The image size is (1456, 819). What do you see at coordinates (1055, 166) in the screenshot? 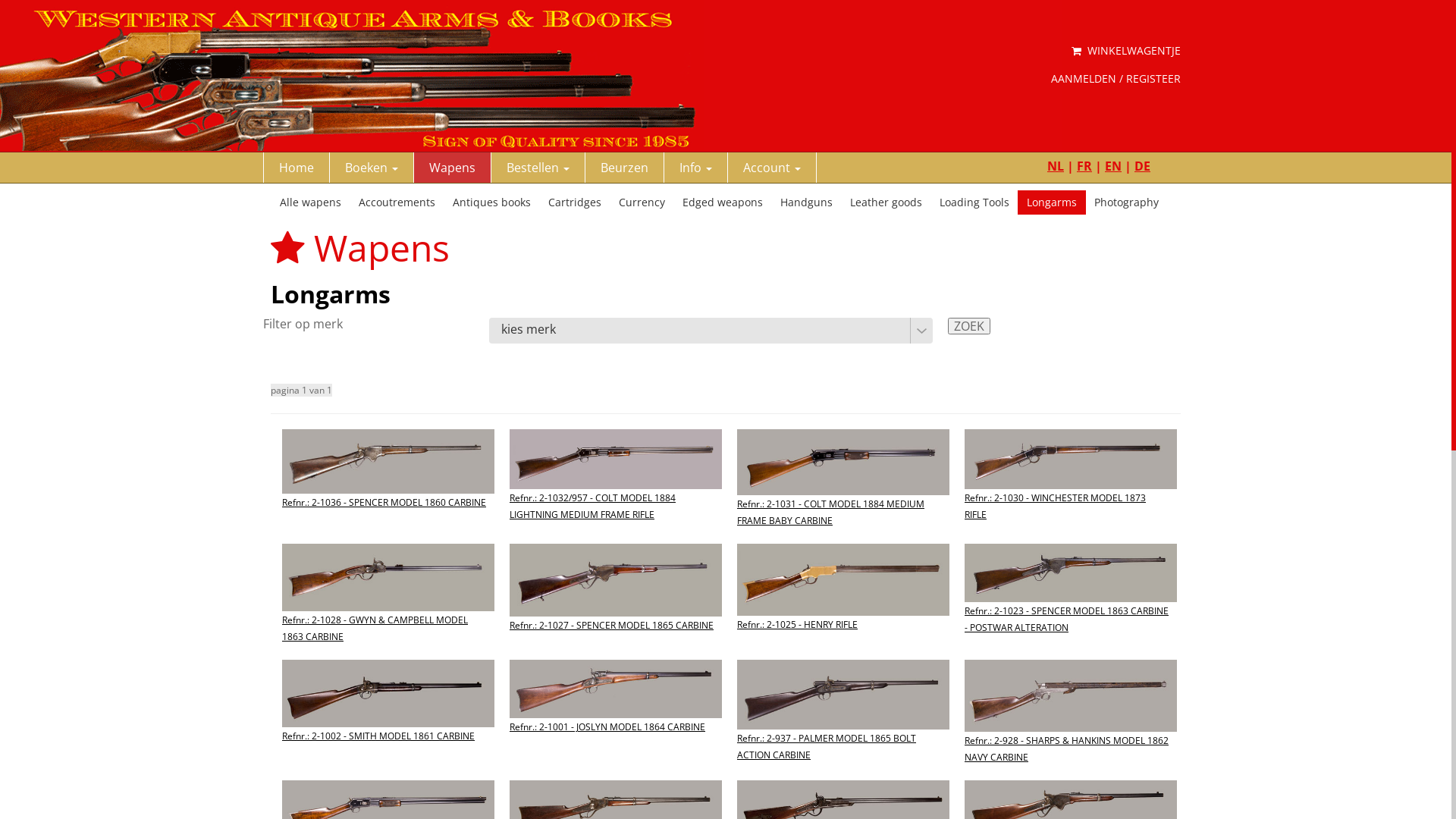
I see `'NL'` at bounding box center [1055, 166].